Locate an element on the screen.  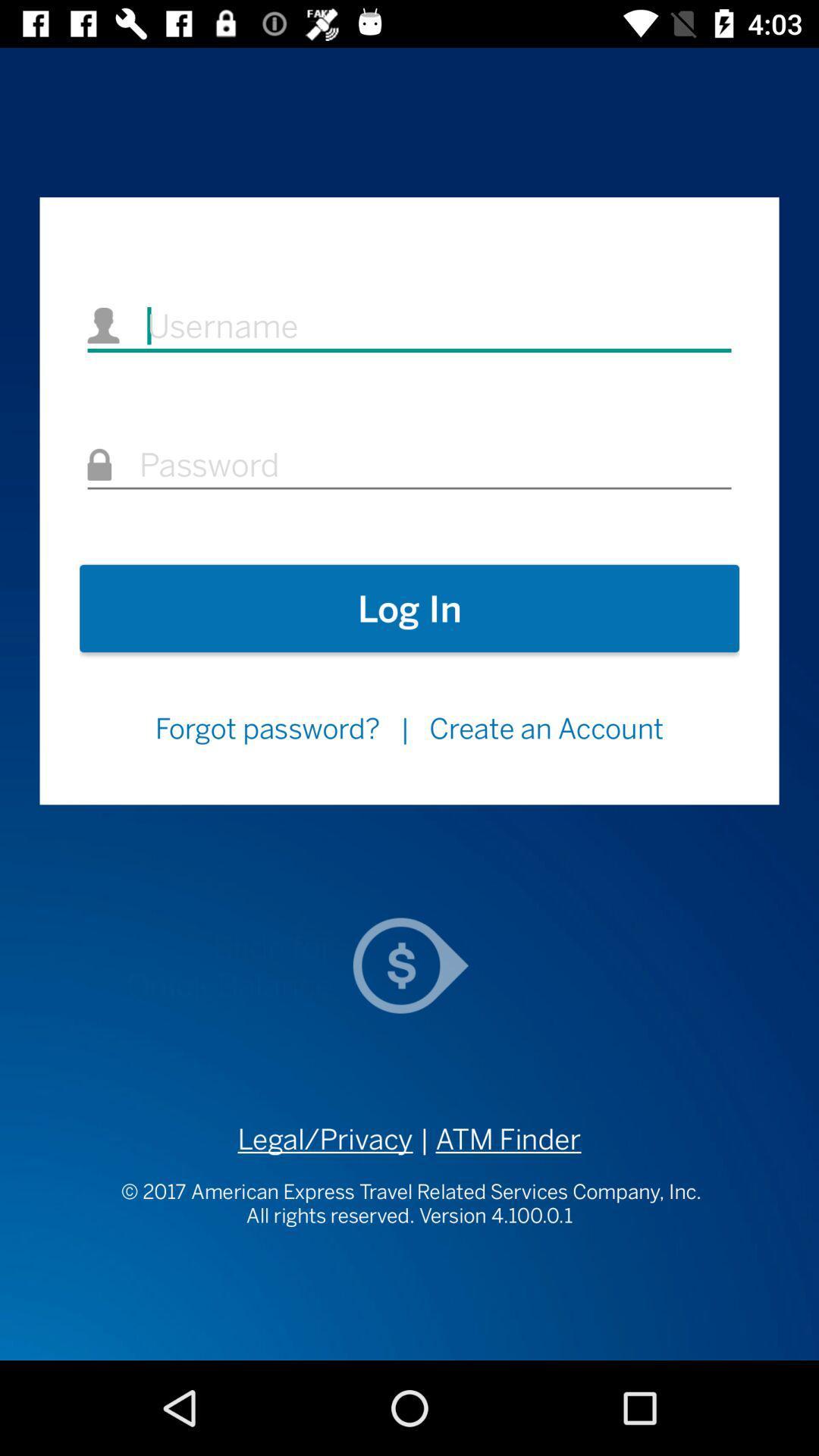
icon below the log in is located at coordinates (266, 728).